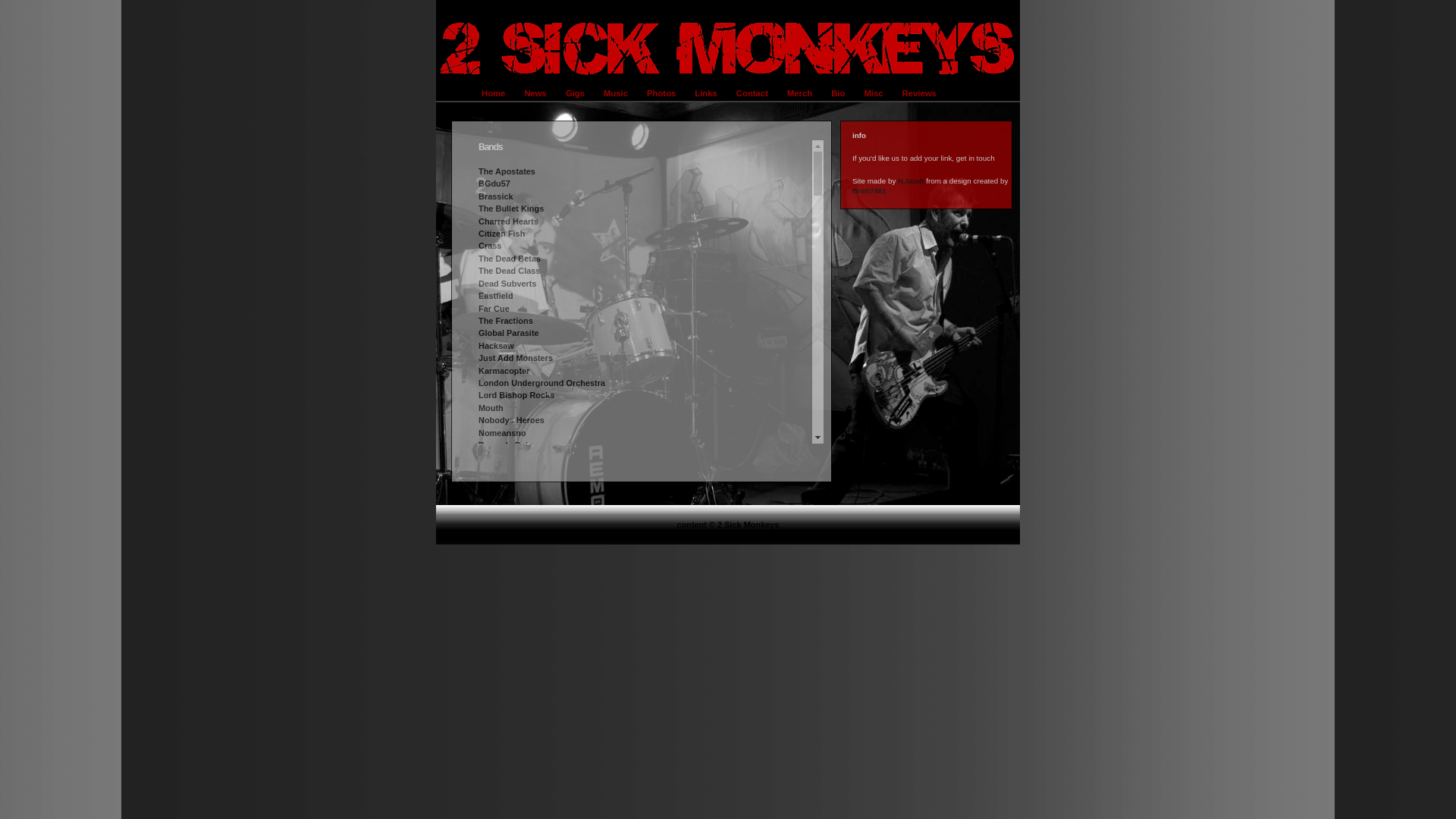 This screenshot has height=819, width=1456. I want to click on 'Revenge Of The Psychotronic Man', so click(477, 494).